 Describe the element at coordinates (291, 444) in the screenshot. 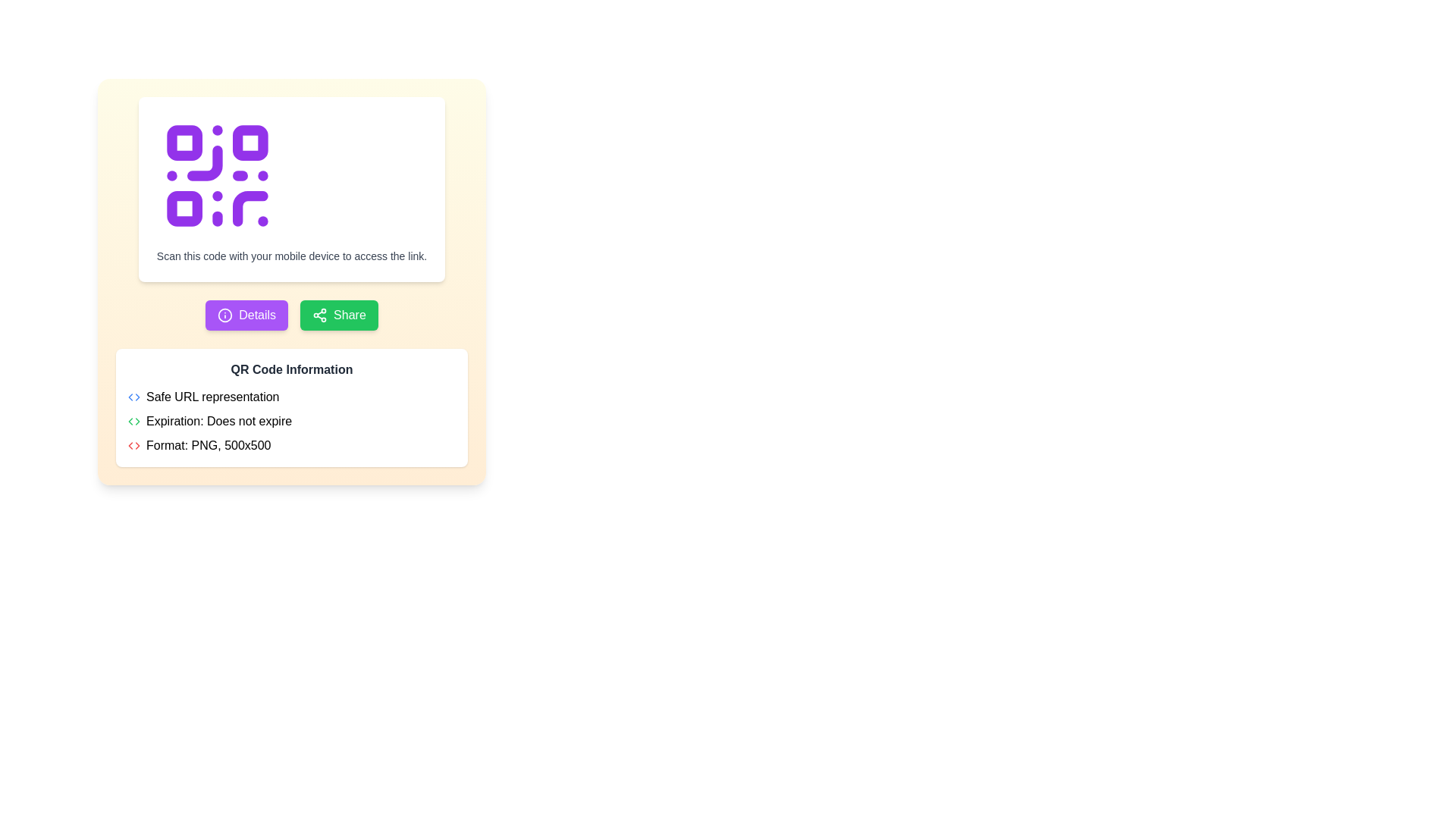

I see `the text-label element displaying 'Format: PNG, 500x500' with a red code symbol icon, located in the 'QR Code Information' section, which is the last entry in the list` at that location.